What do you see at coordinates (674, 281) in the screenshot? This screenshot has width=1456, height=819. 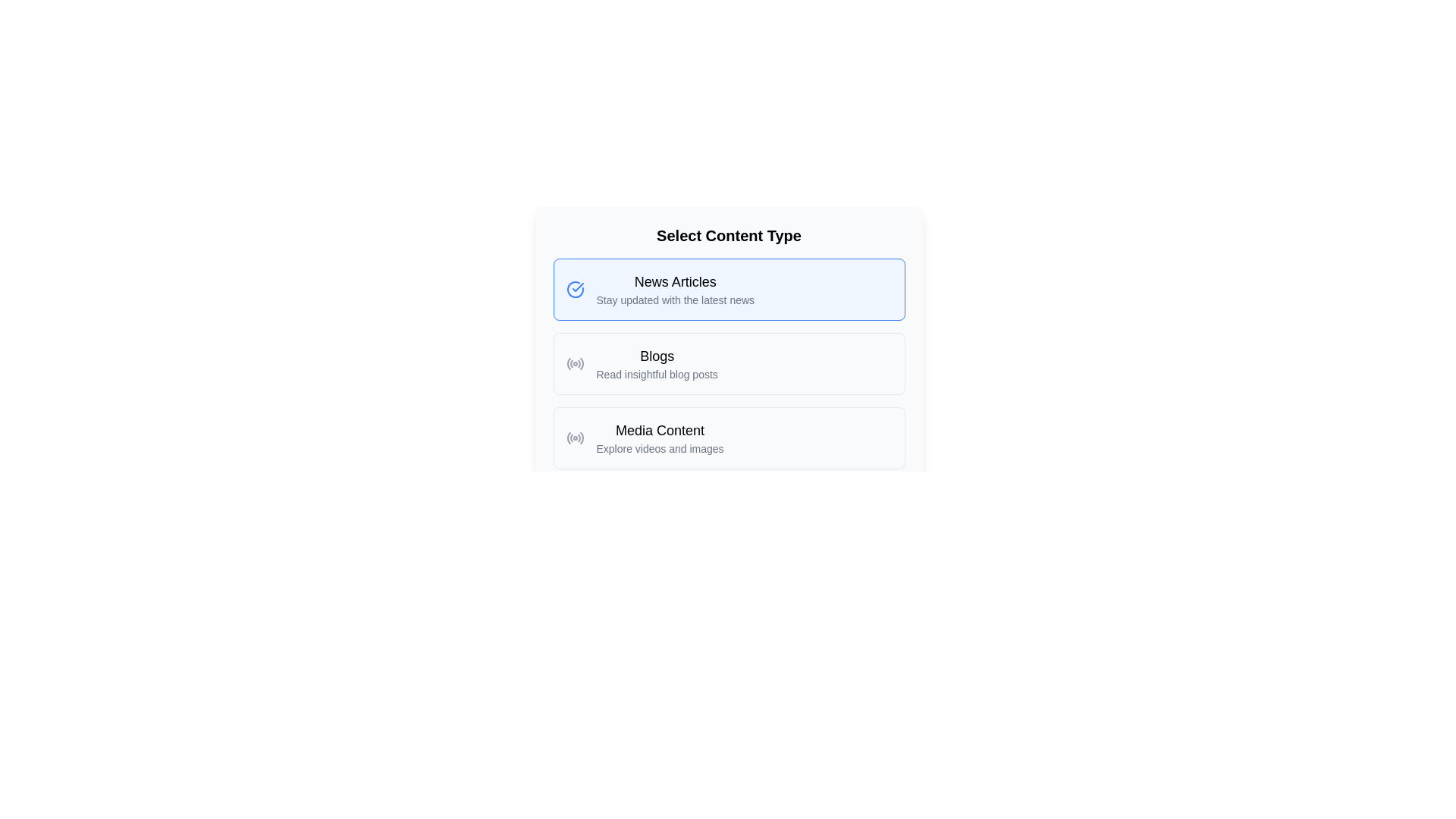 I see `text label 'News Articles' which is the top text in the content option box below 'Select Content Type'` at bounding box center [674, 281].